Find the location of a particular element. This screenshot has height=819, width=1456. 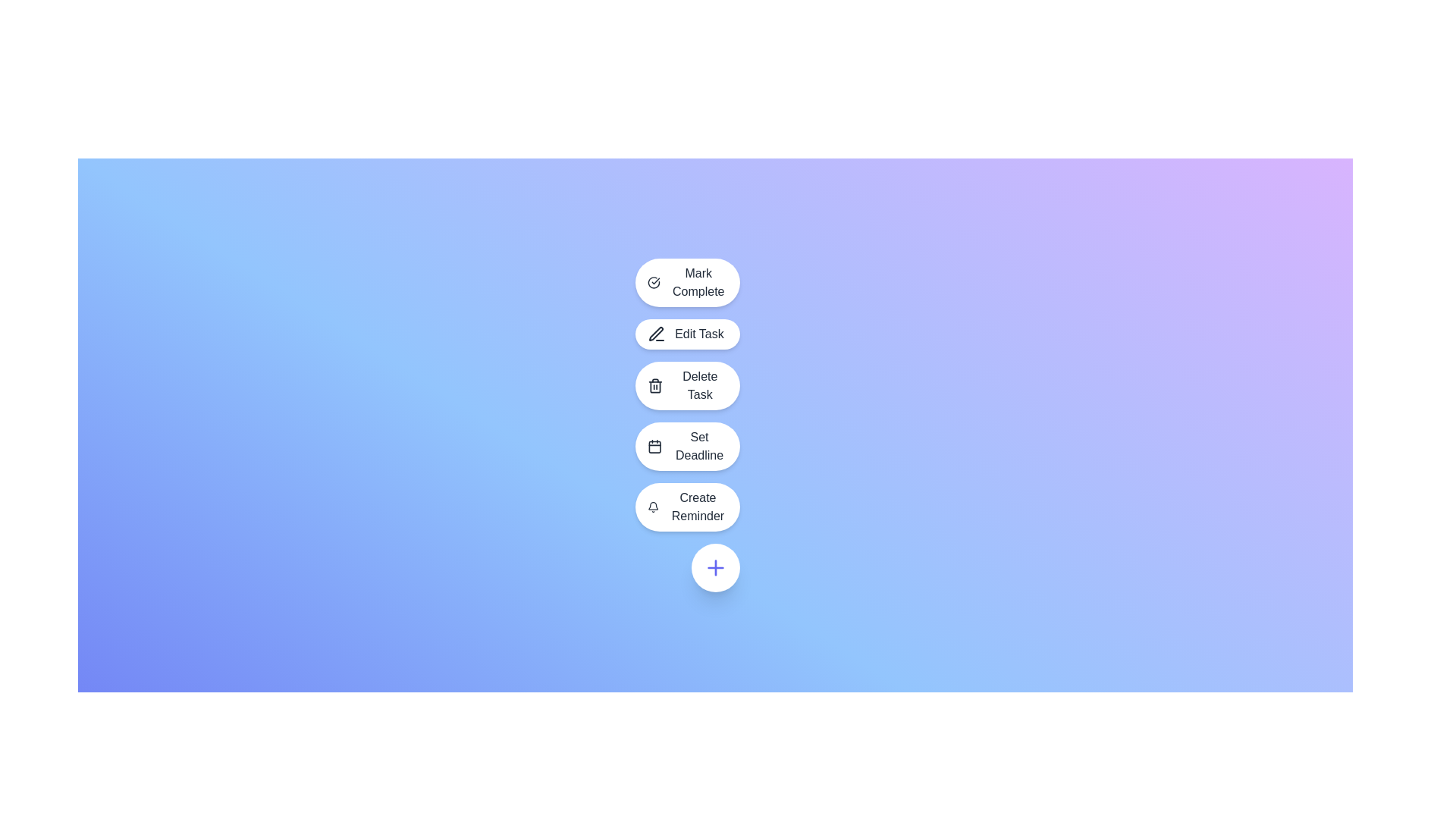

the 'Edit Task' button, which is a horizontally elongated button with rounded corners, a white background, and a pen icon on the left is located at coordinates (686, 333).